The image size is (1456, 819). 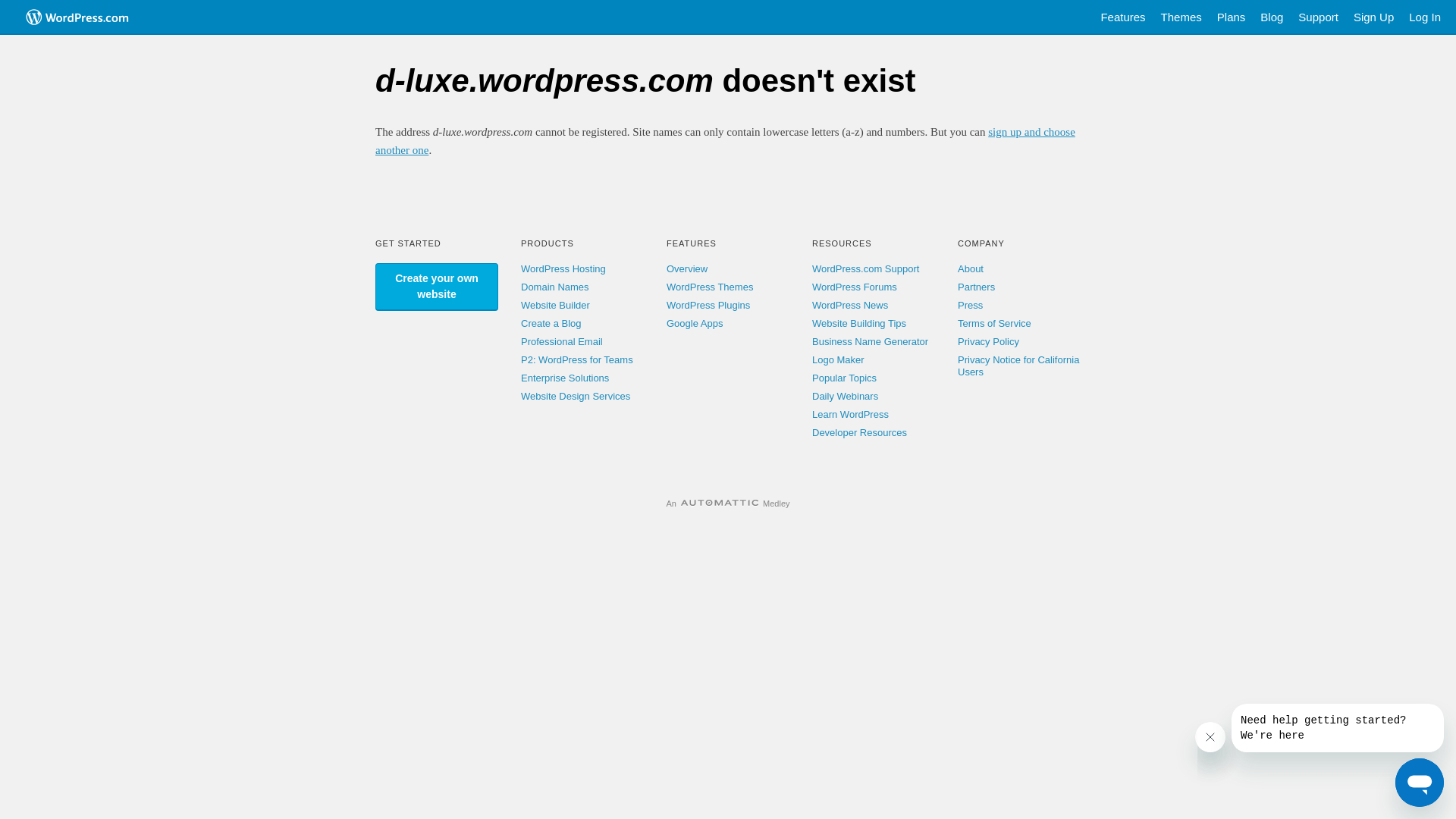 What do you see at coordinates (837, 359) in the screenshot?
I see `'Logo Maker'` at bounding box center [837, 359].